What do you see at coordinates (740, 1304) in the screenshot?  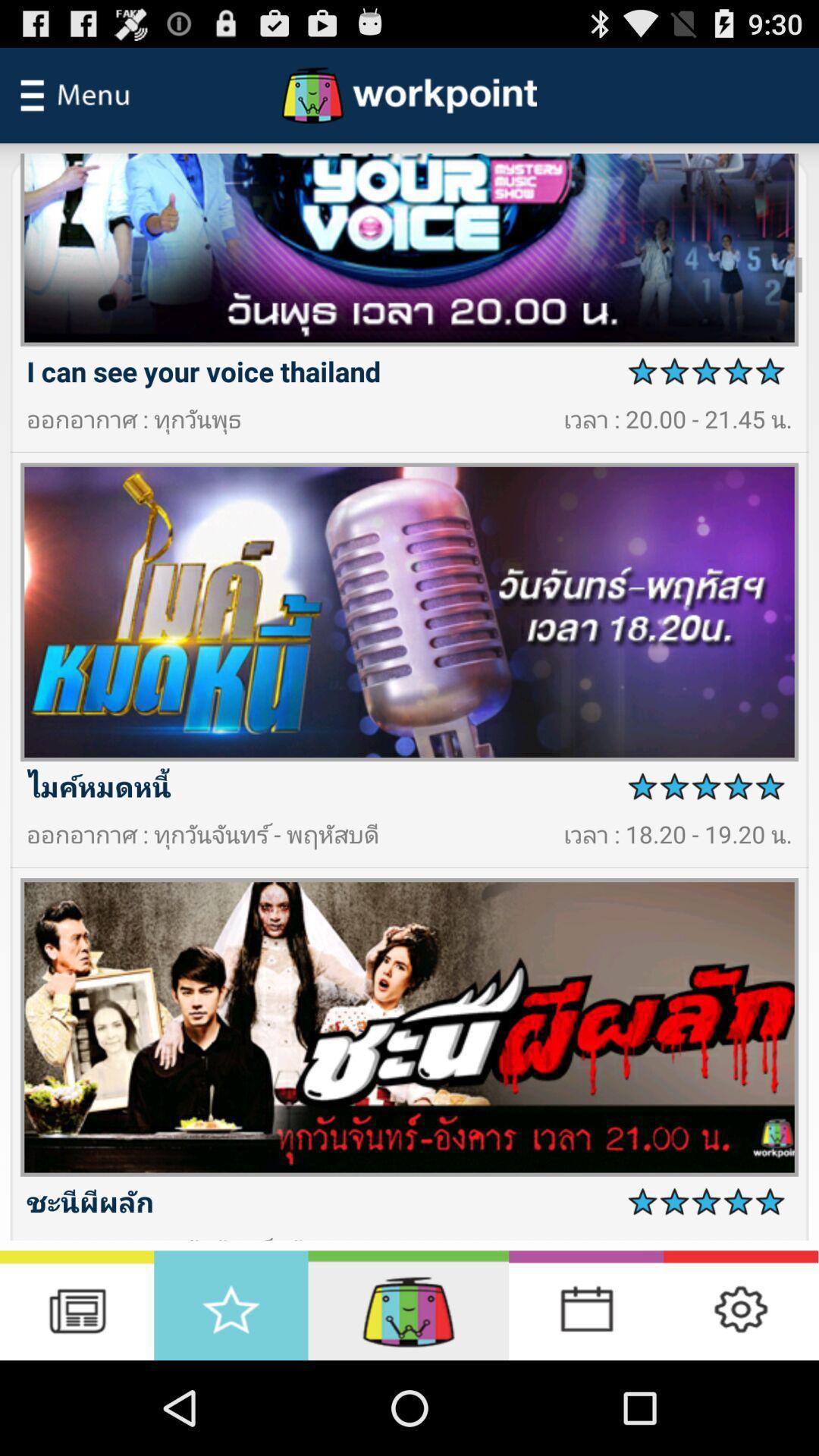 I see `settings option` at bounding box center [740, 1304].